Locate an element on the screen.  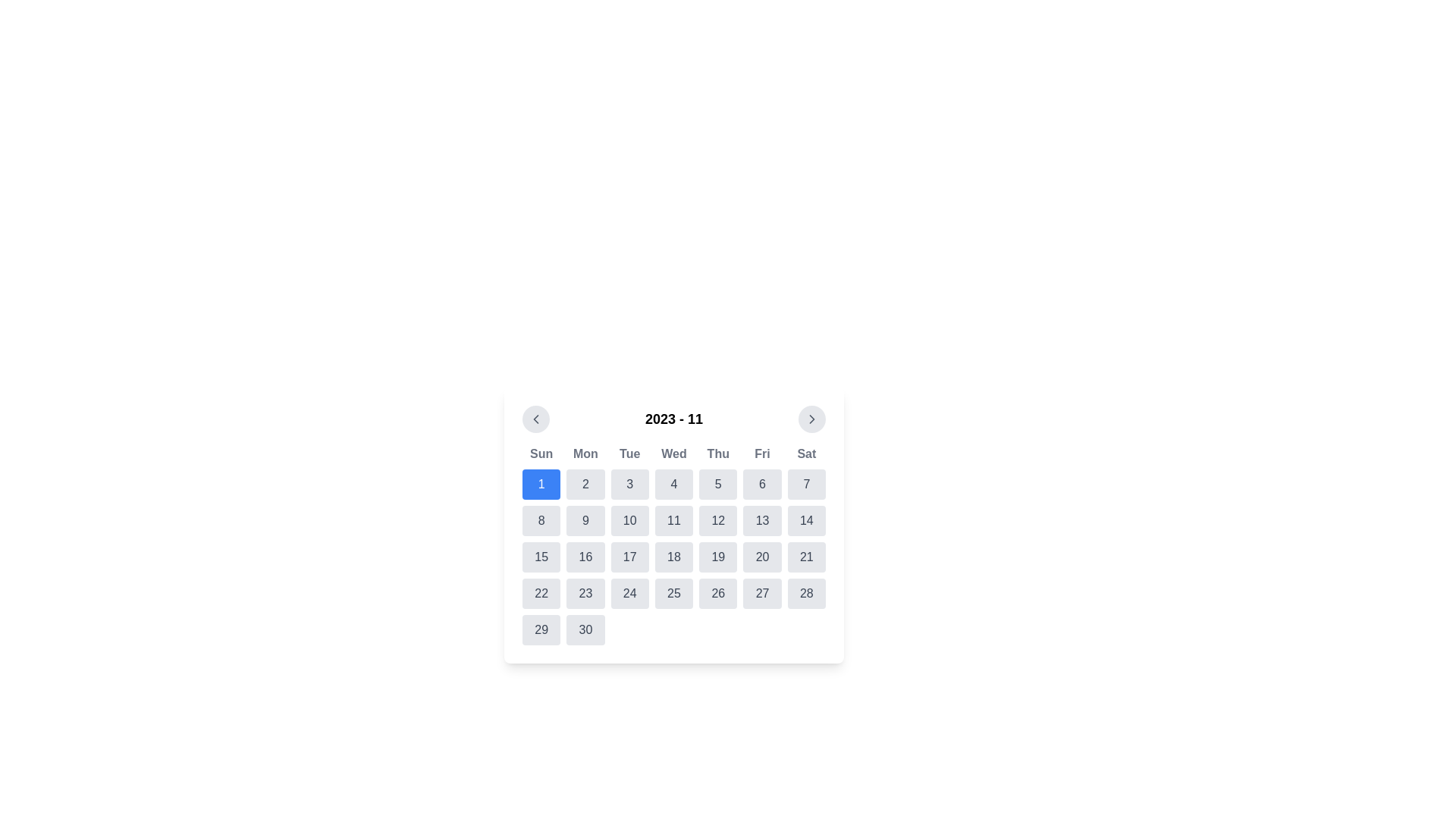
the text label reading 'Sun', which is displayed in bold gray font as part of a horizontal grid layout for the days of the week is located at coordinates (541, 453).